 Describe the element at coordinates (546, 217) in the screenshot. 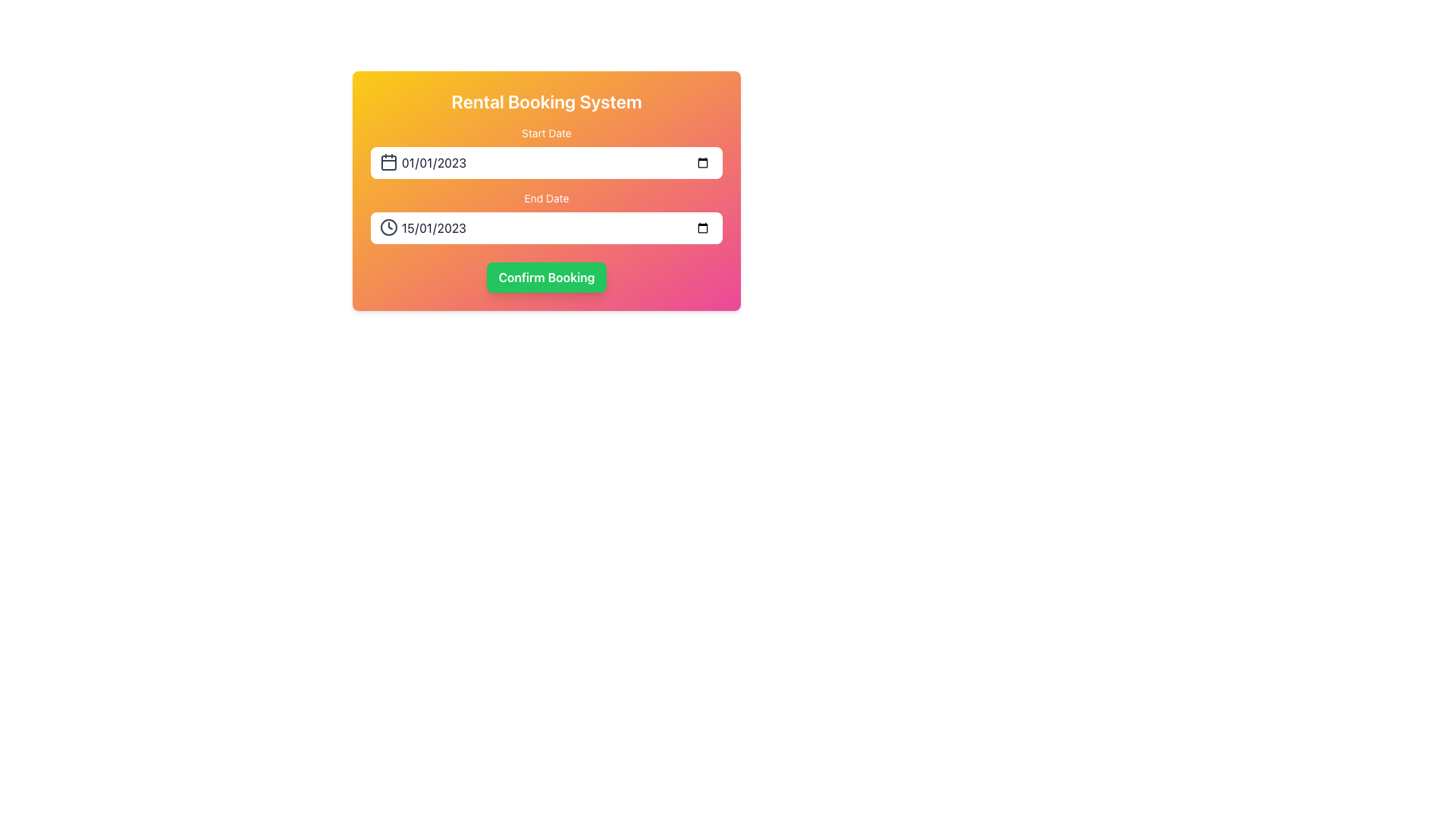

I see `the calendar icon in the Date Picker Component` at that location.